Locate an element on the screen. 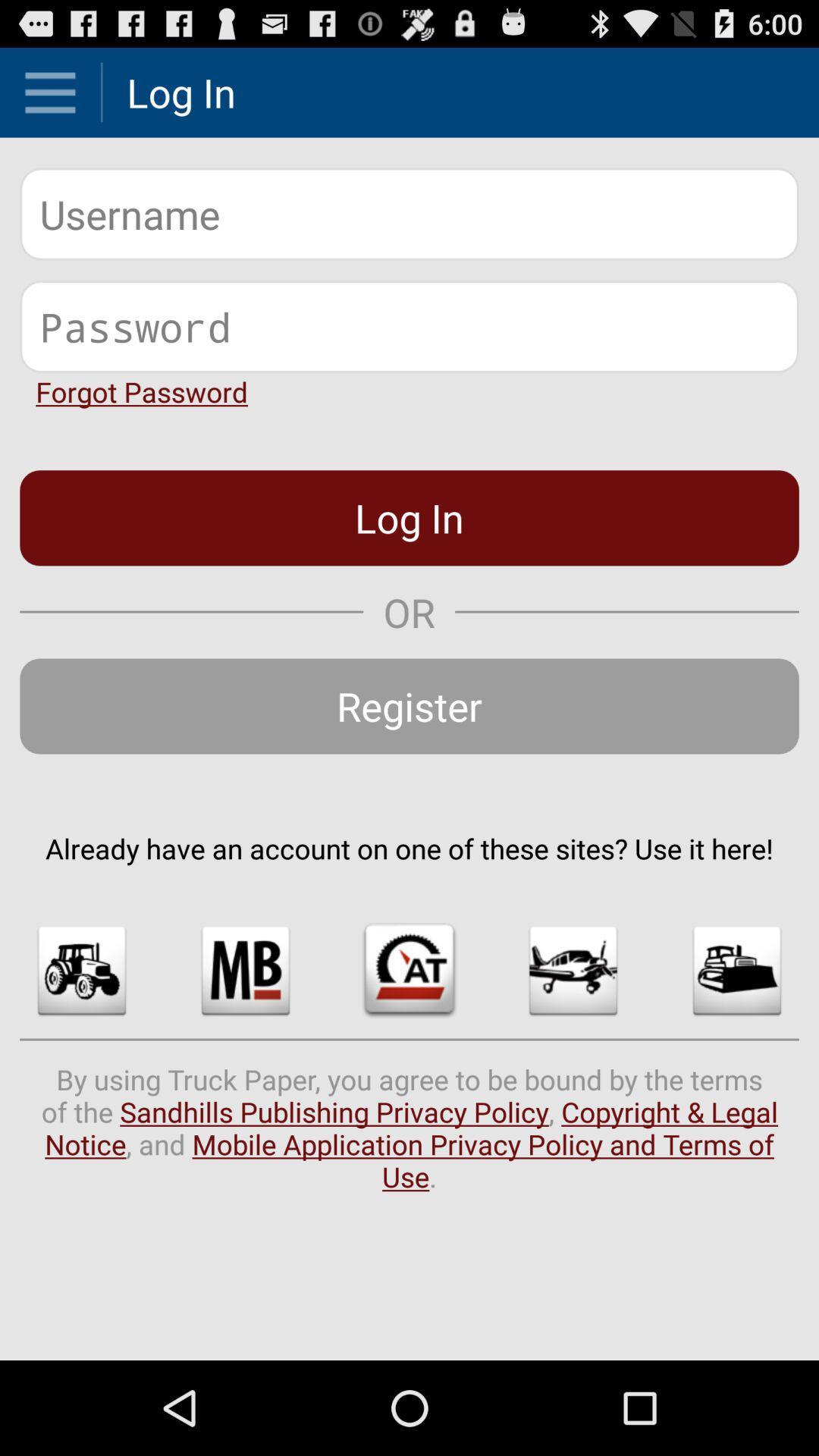 The width and height of the screenshot is (819, 1456). the item above log in is located at coordinates (142, 391).